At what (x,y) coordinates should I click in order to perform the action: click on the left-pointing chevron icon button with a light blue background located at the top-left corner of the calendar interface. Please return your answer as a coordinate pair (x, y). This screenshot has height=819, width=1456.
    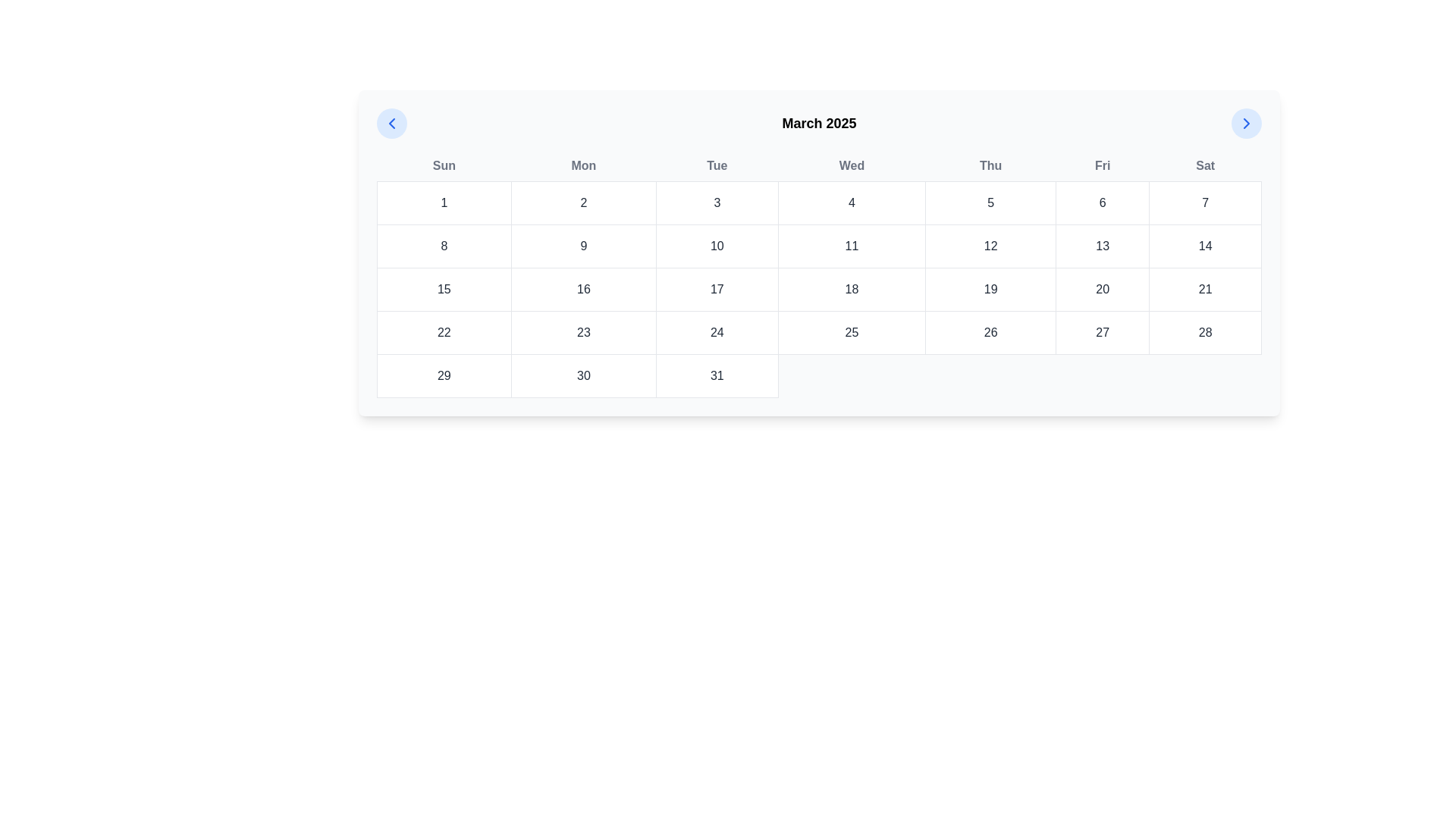
    Looking at the image, I should click on (392, 122).